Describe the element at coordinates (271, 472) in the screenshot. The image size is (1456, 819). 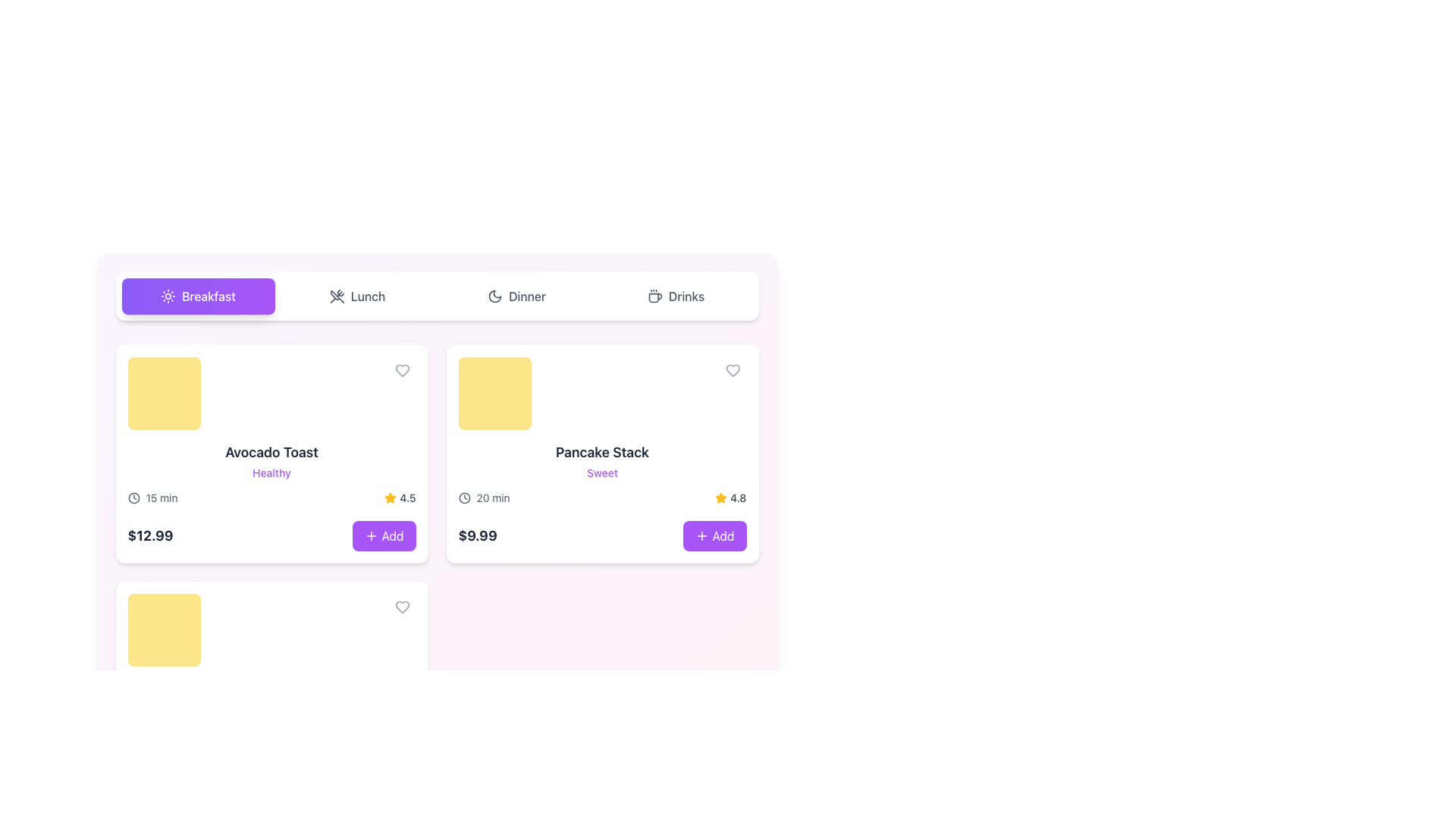
I see `the non-interactive text label 'Healthy' which is styled with small text size, medium weight font, and purple color, located below 'Avocado Toast' in a card-like structure` at that location.